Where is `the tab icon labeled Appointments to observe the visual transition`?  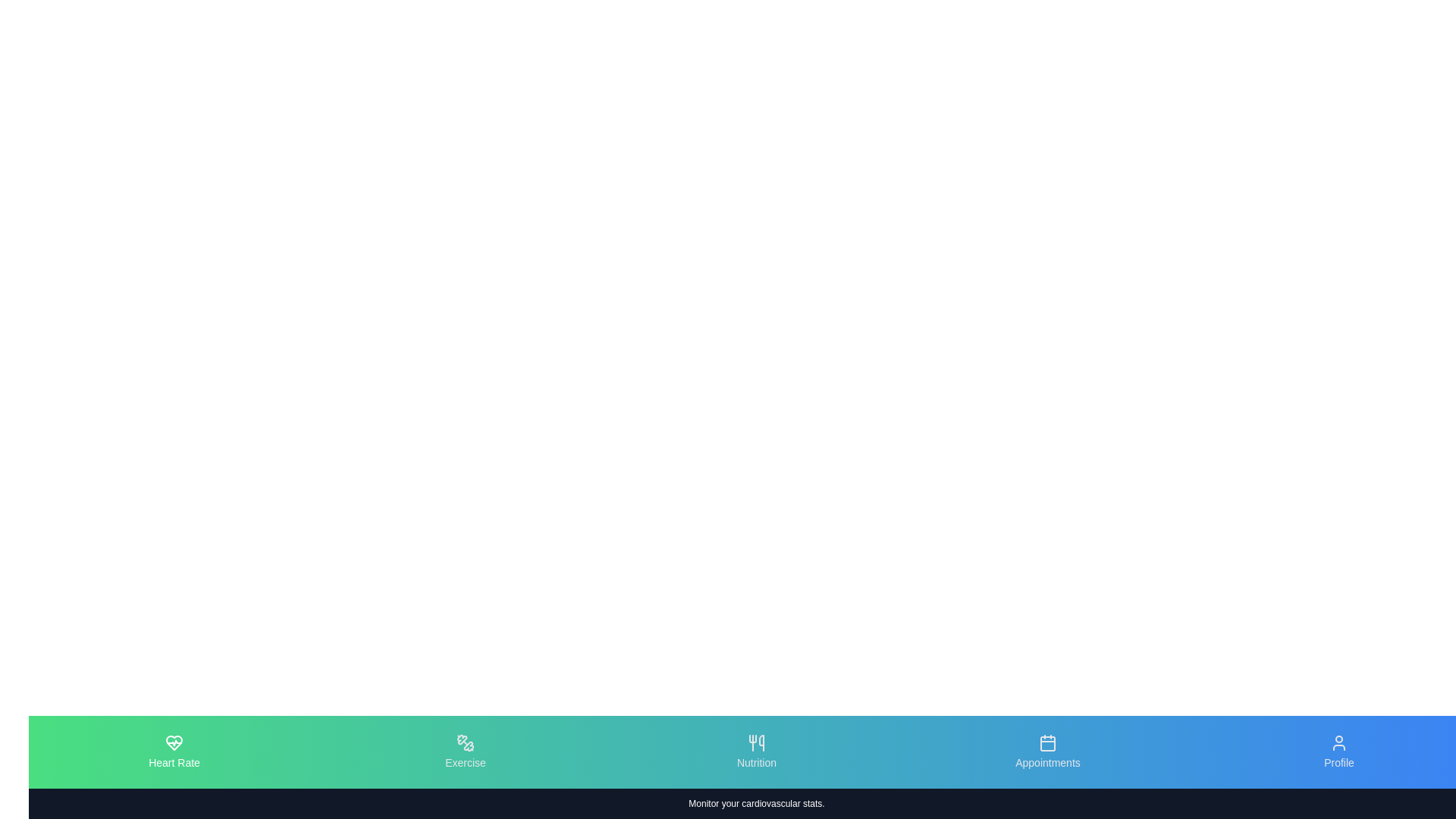
the tab icon labeled Appointments to observe the visual transition is located at coordinates (1047, 752).